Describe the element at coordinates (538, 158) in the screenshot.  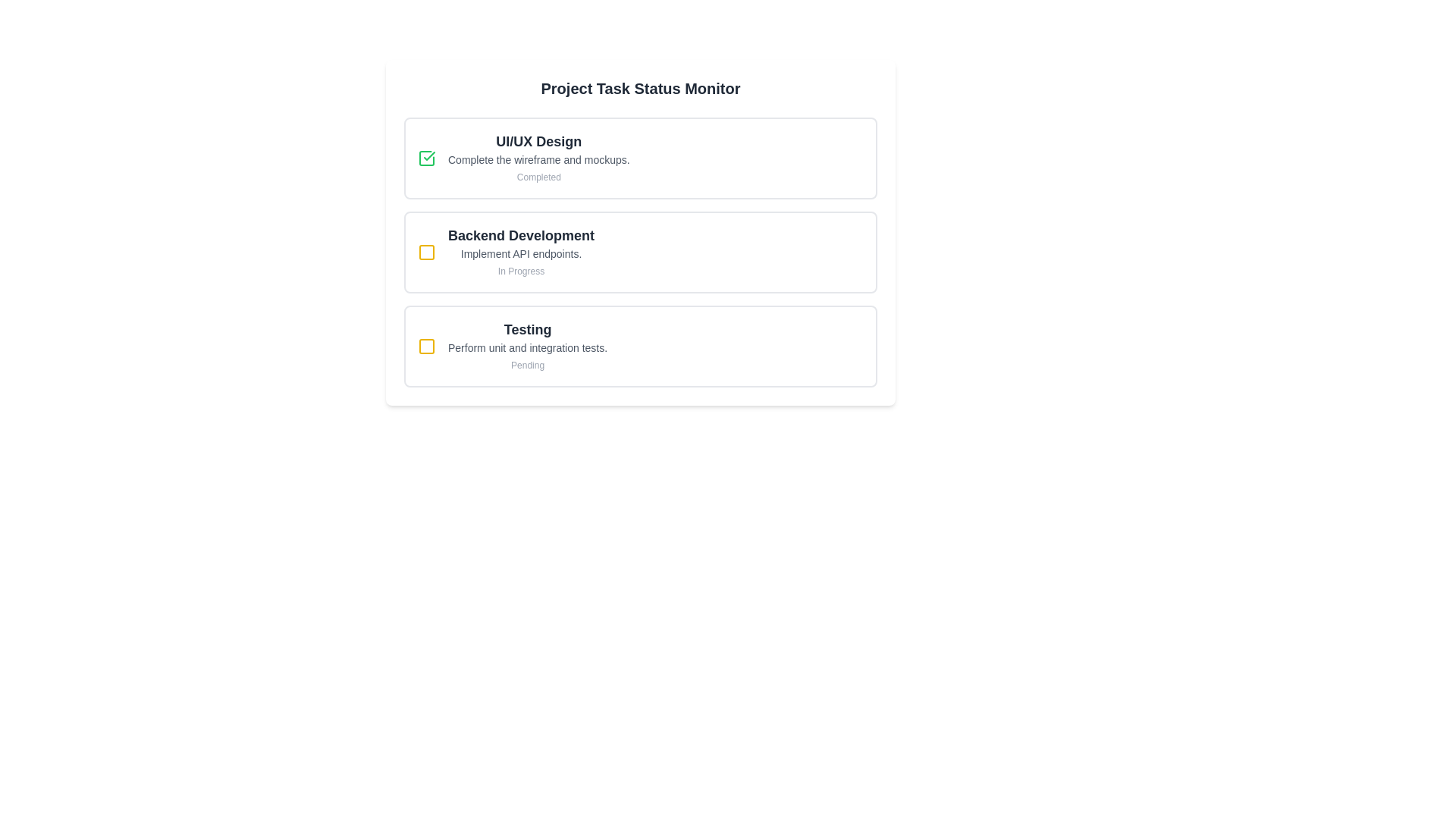
I see `the textual content block representing the first task in the task tracker interface, which includes the task title, description, and completion status` at that location.